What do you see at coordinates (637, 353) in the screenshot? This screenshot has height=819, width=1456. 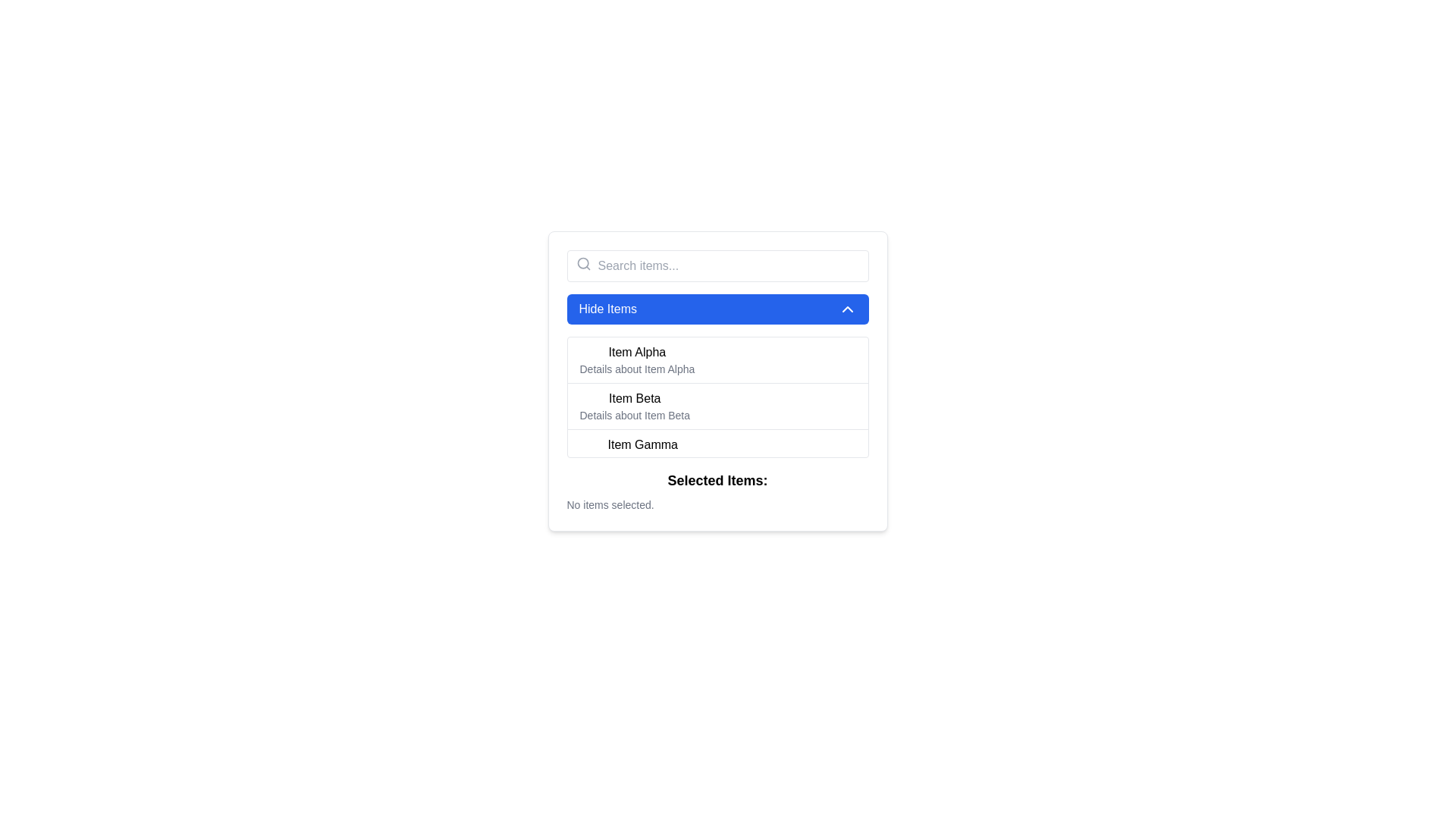 I see `the 'Item Alpha' label` at bounding box center [637, 353].